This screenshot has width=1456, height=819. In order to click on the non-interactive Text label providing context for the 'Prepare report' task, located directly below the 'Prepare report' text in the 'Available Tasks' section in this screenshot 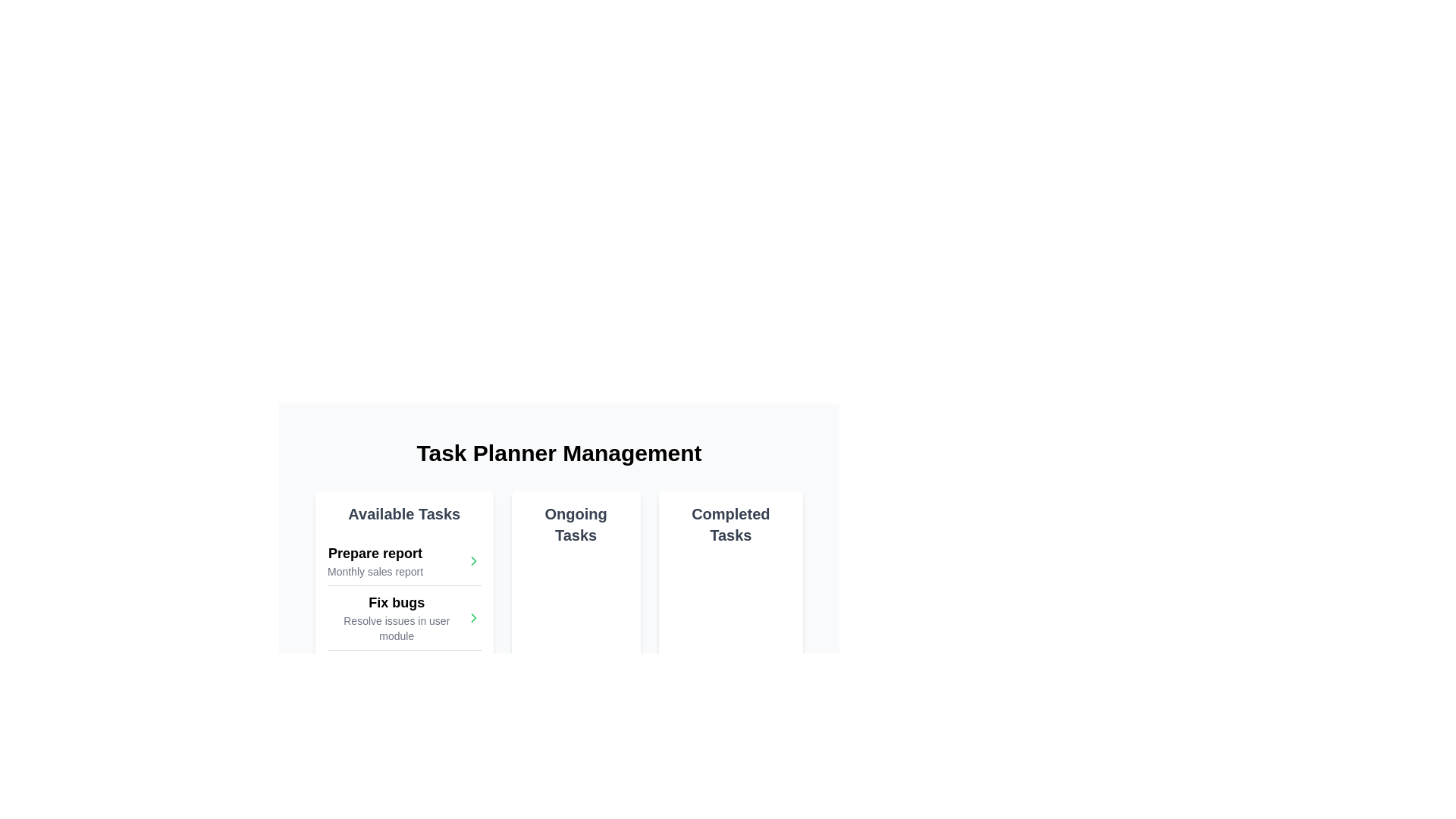, I will do `click(375, 571)`.